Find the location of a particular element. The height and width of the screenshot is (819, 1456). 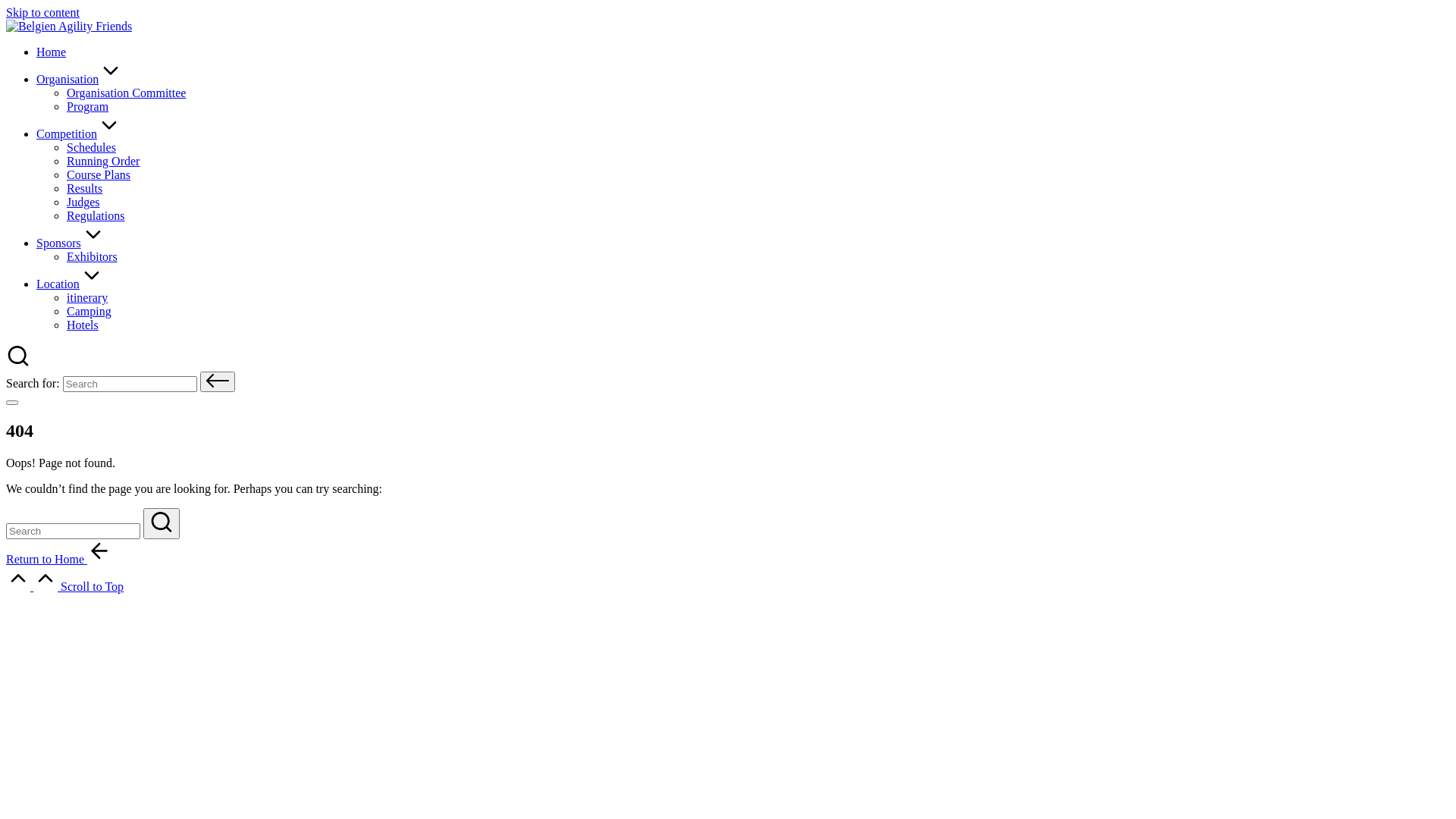

'Home' is located at coordinates (51, 51).